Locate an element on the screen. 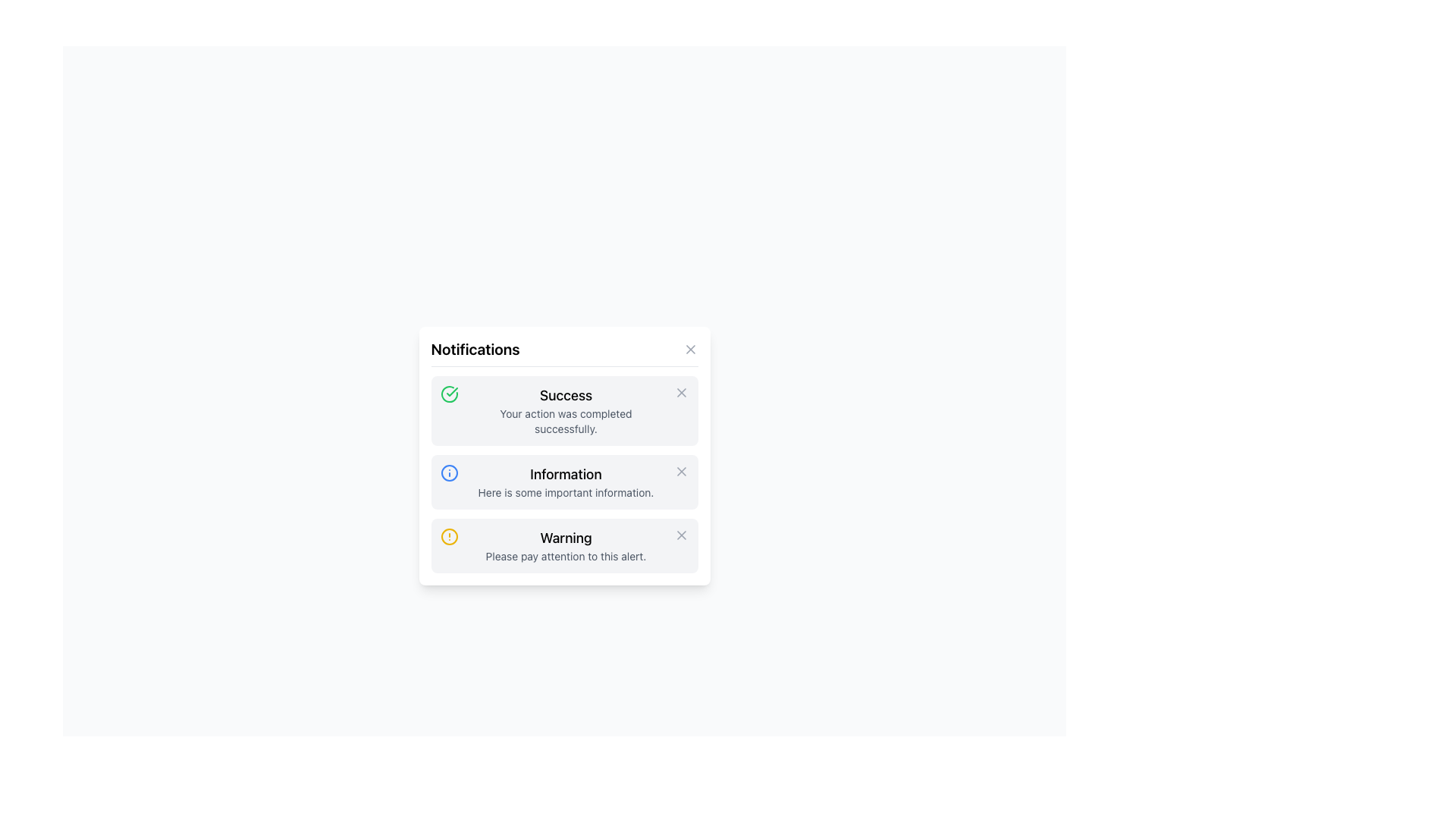 This screenshot has height=819, width=1456. the close button located in the top-right corner of the 'Warning' notification is located at coordinates (680, 534).